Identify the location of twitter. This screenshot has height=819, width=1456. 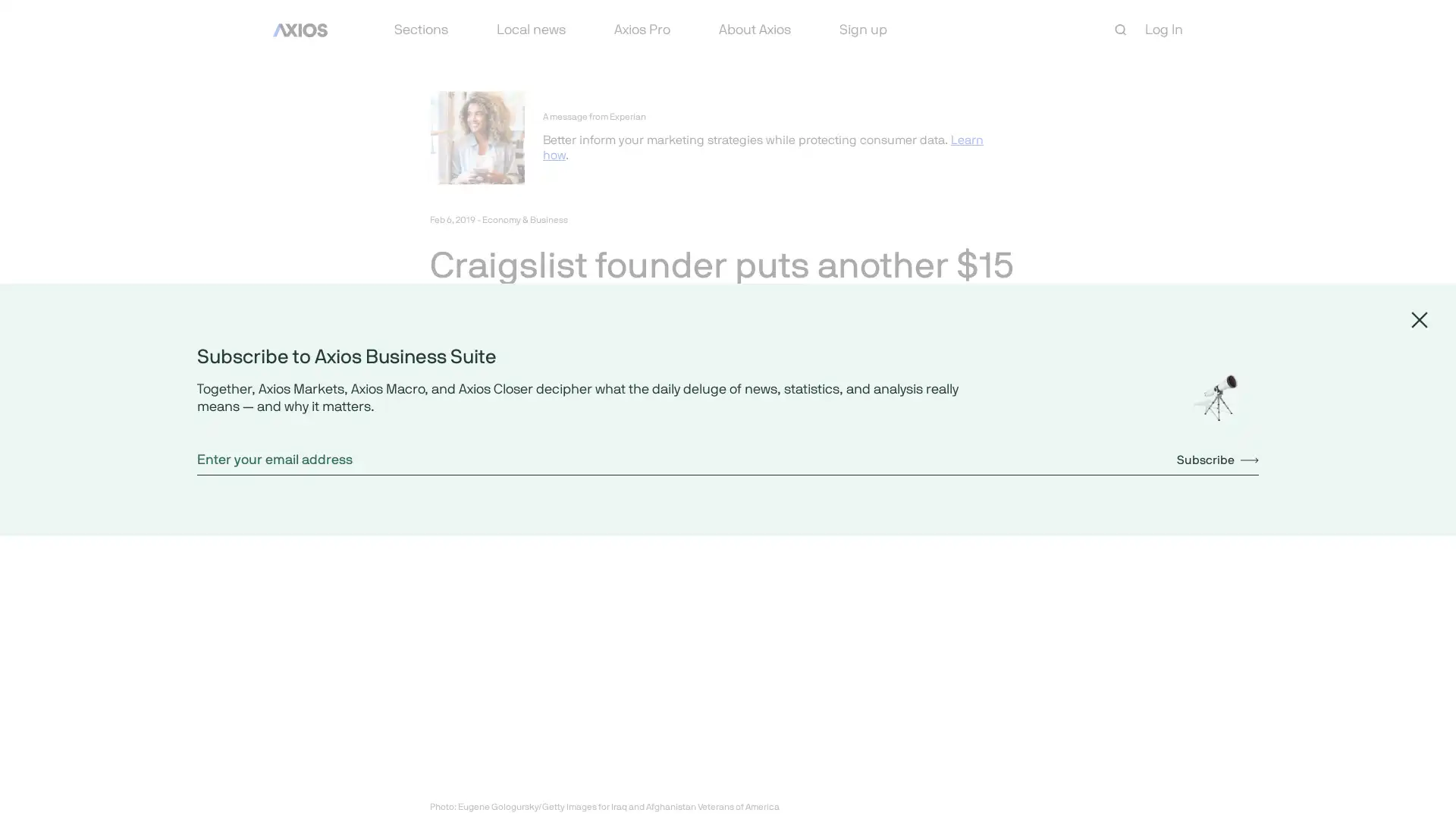
(476, 412).